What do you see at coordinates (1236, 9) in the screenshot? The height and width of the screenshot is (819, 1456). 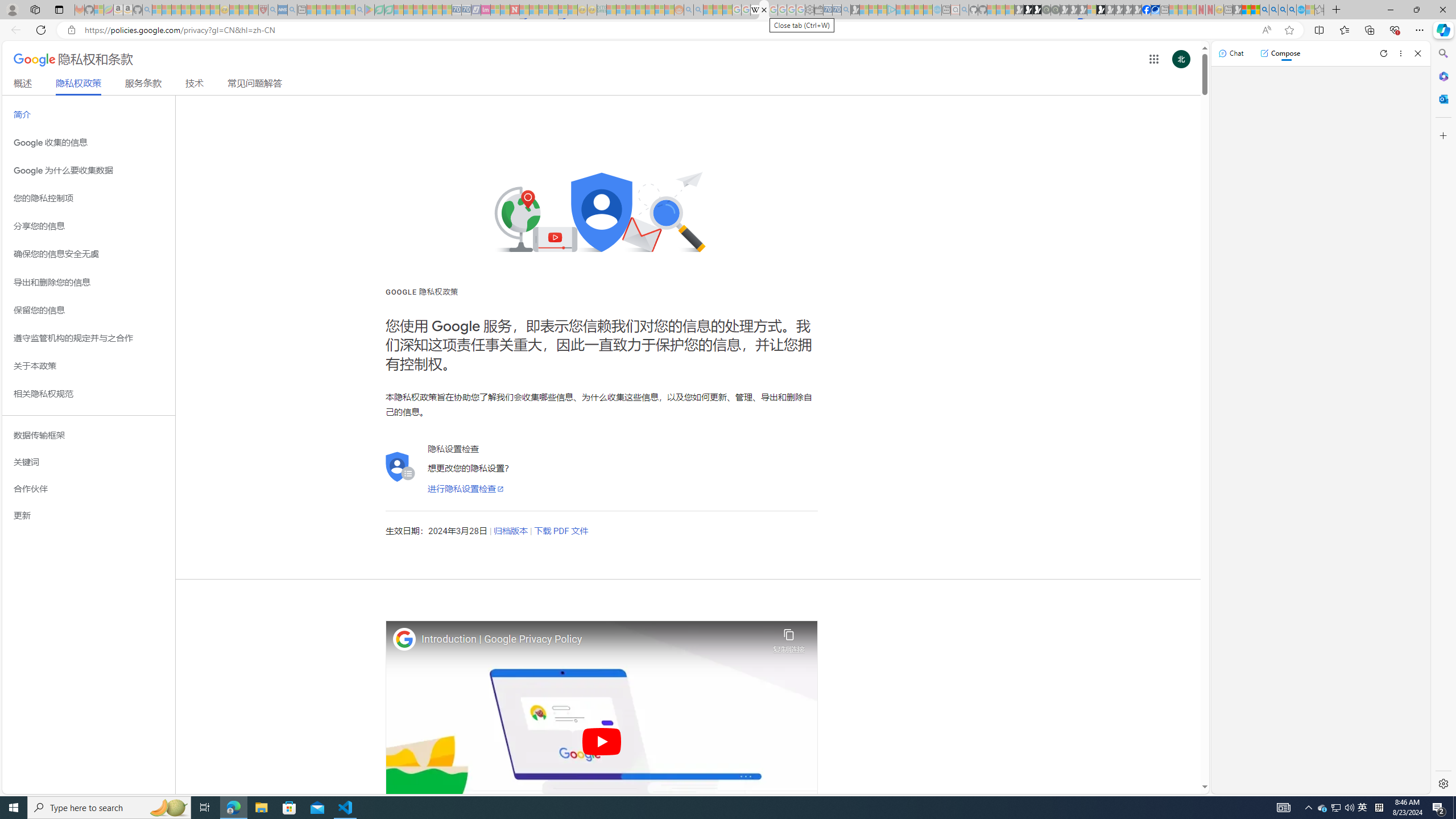 I see `'MSN - Sleeping'` at bounding box center [1236, 9].